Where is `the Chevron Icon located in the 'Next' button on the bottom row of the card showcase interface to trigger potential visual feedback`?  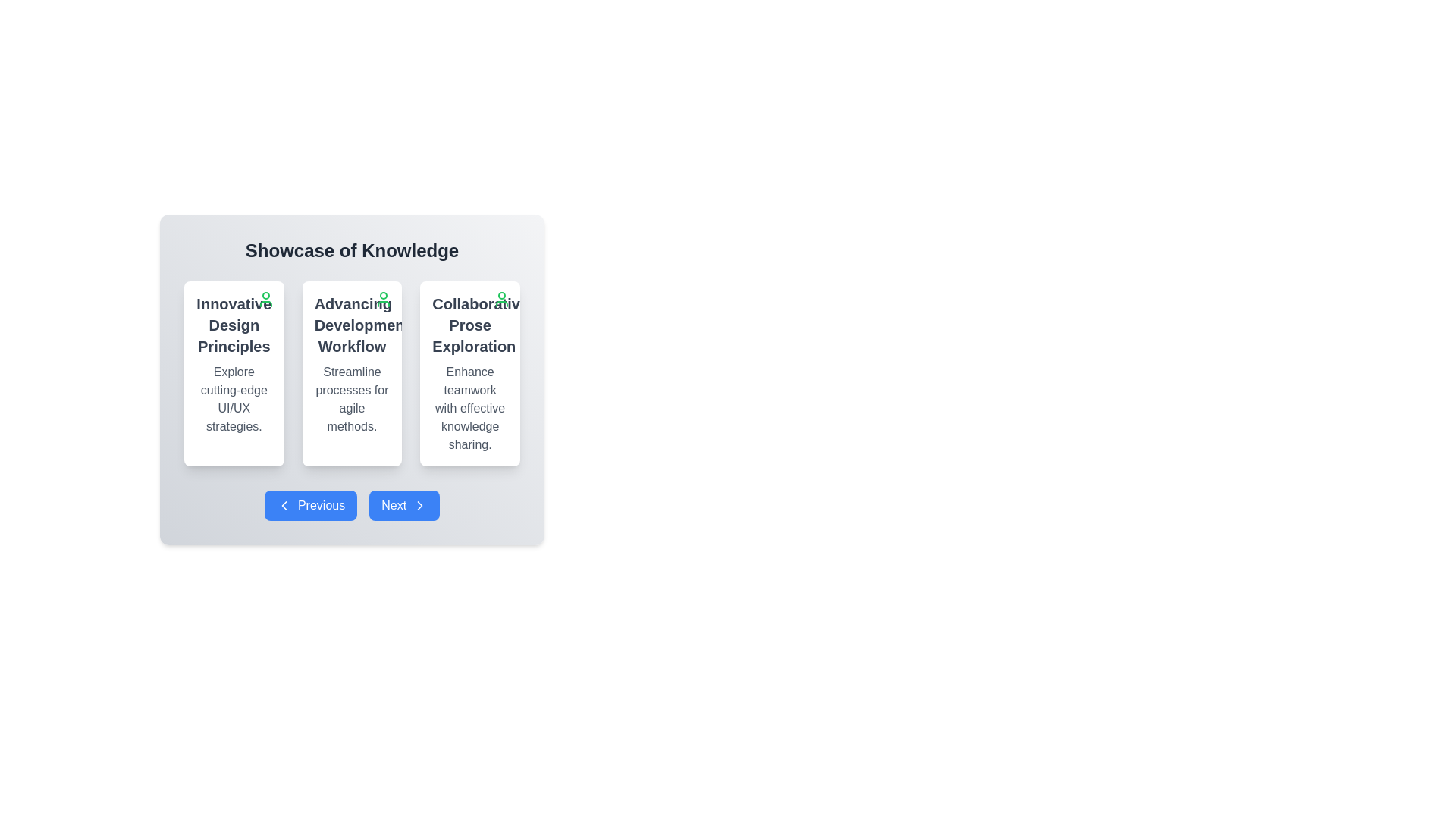 the Chevron Icon located in the 'Next' button on the bottom row of the card showcase interface to trigger potential visual feedback is located at coordinates (420, 506).